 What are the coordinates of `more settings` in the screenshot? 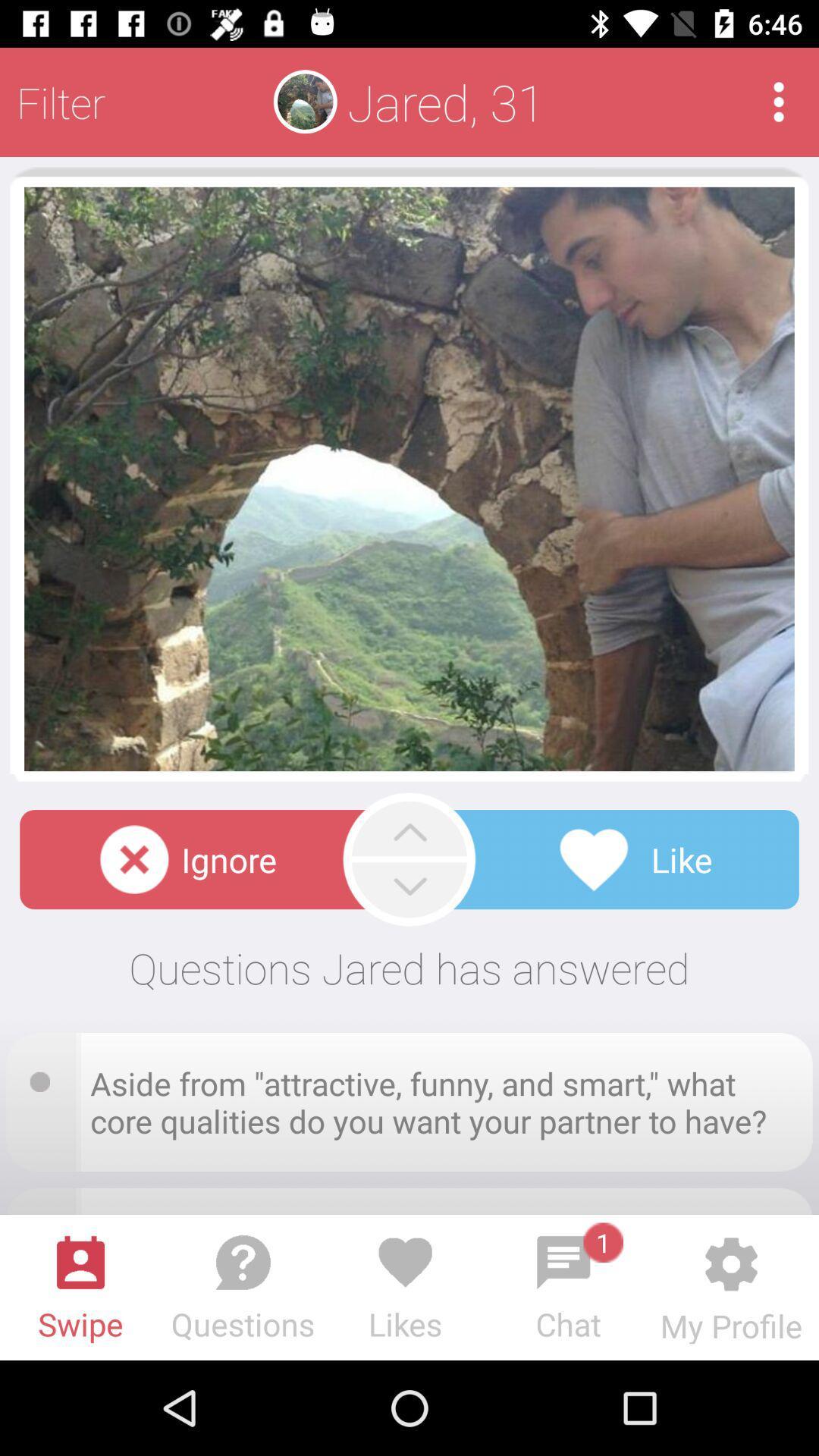 It's located at (779, 101).